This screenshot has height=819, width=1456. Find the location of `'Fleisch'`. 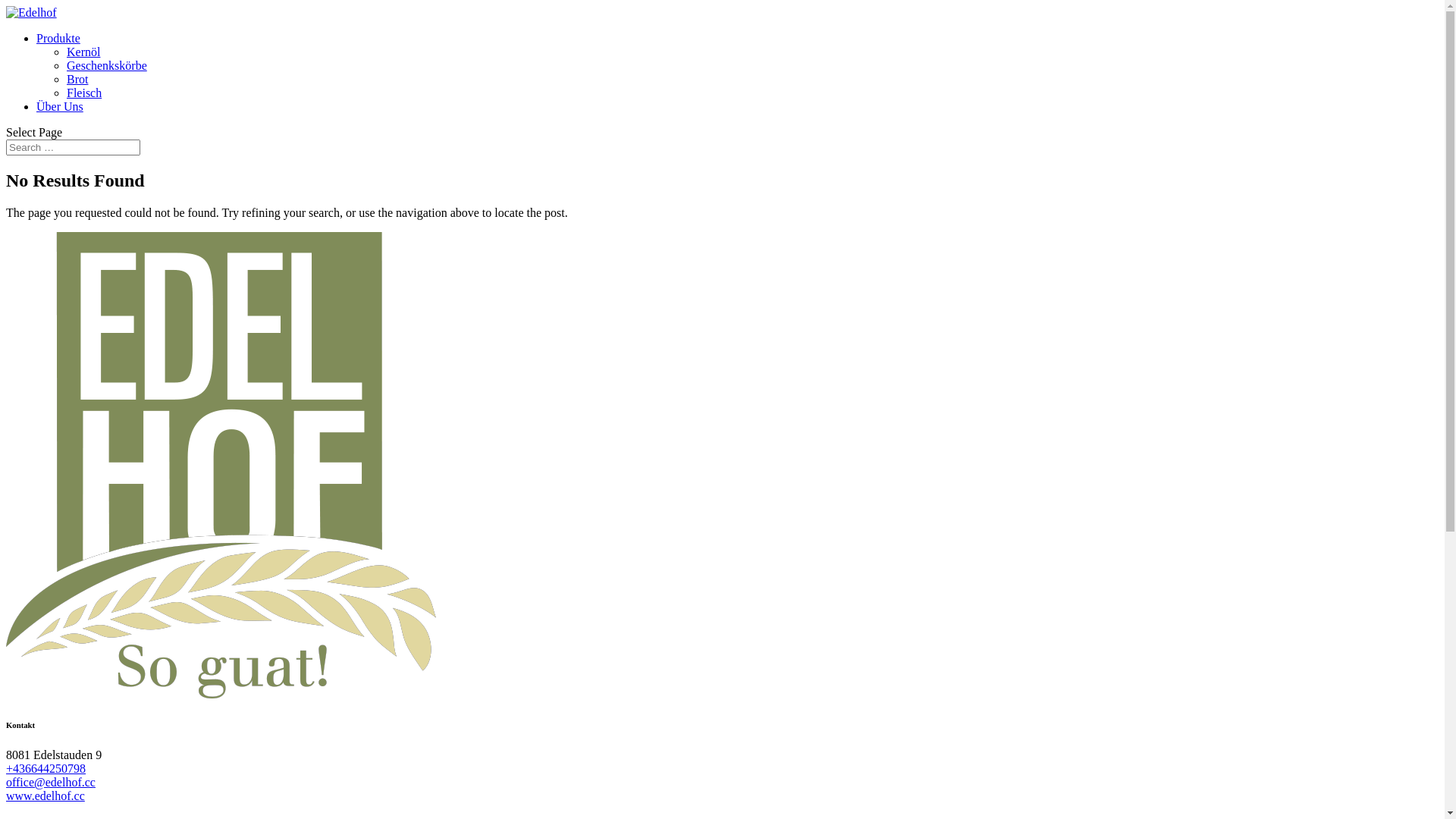

'Fleisch' is located at coordinates (83, 93).